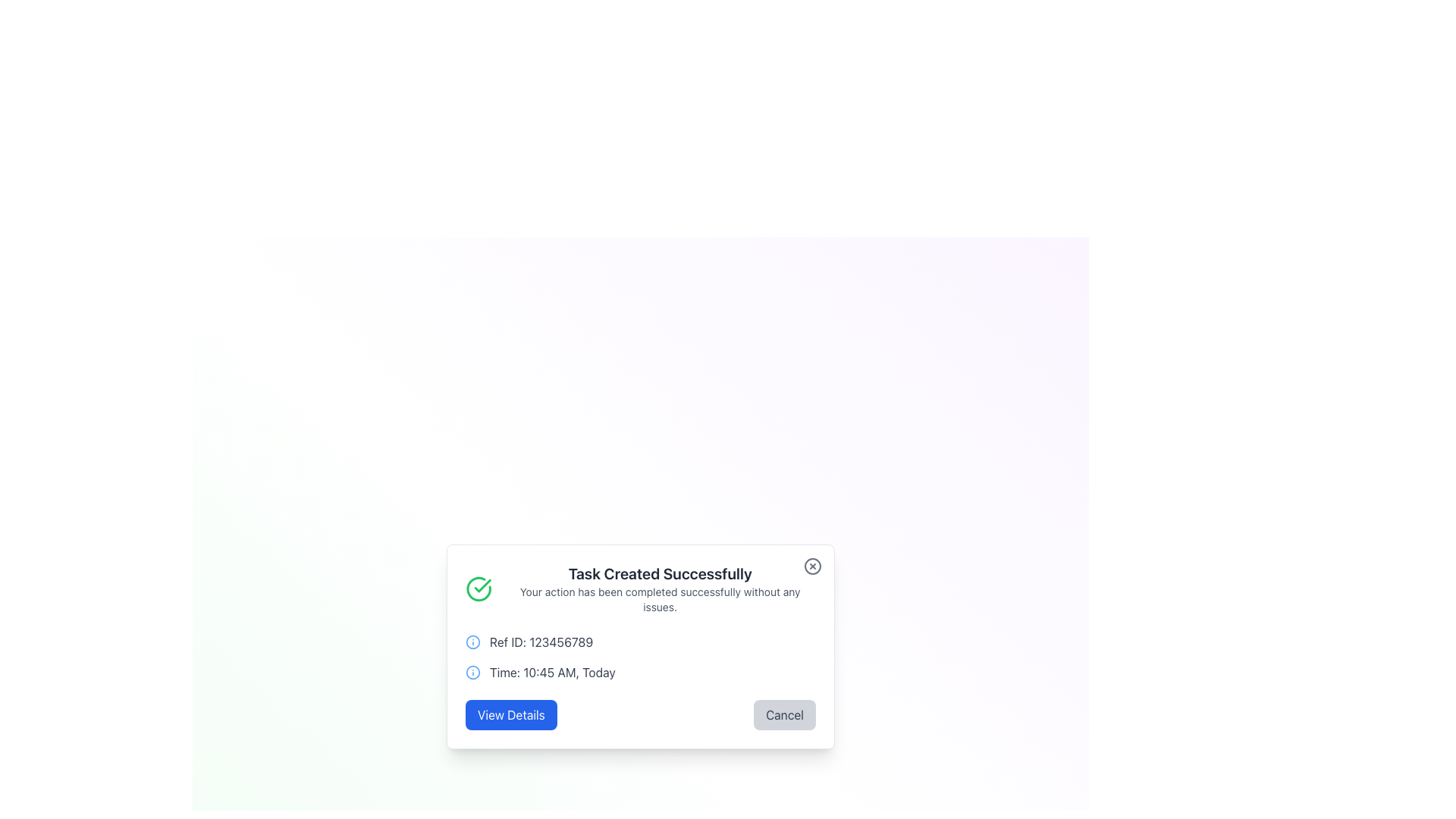 The width and height of the screenshot is (1456, 819). What do you see at coordinates (811, 566) in the screenshot?
I see `the close button located in the top right corner of the modal window to change its color` at bounding box center [811, 566].